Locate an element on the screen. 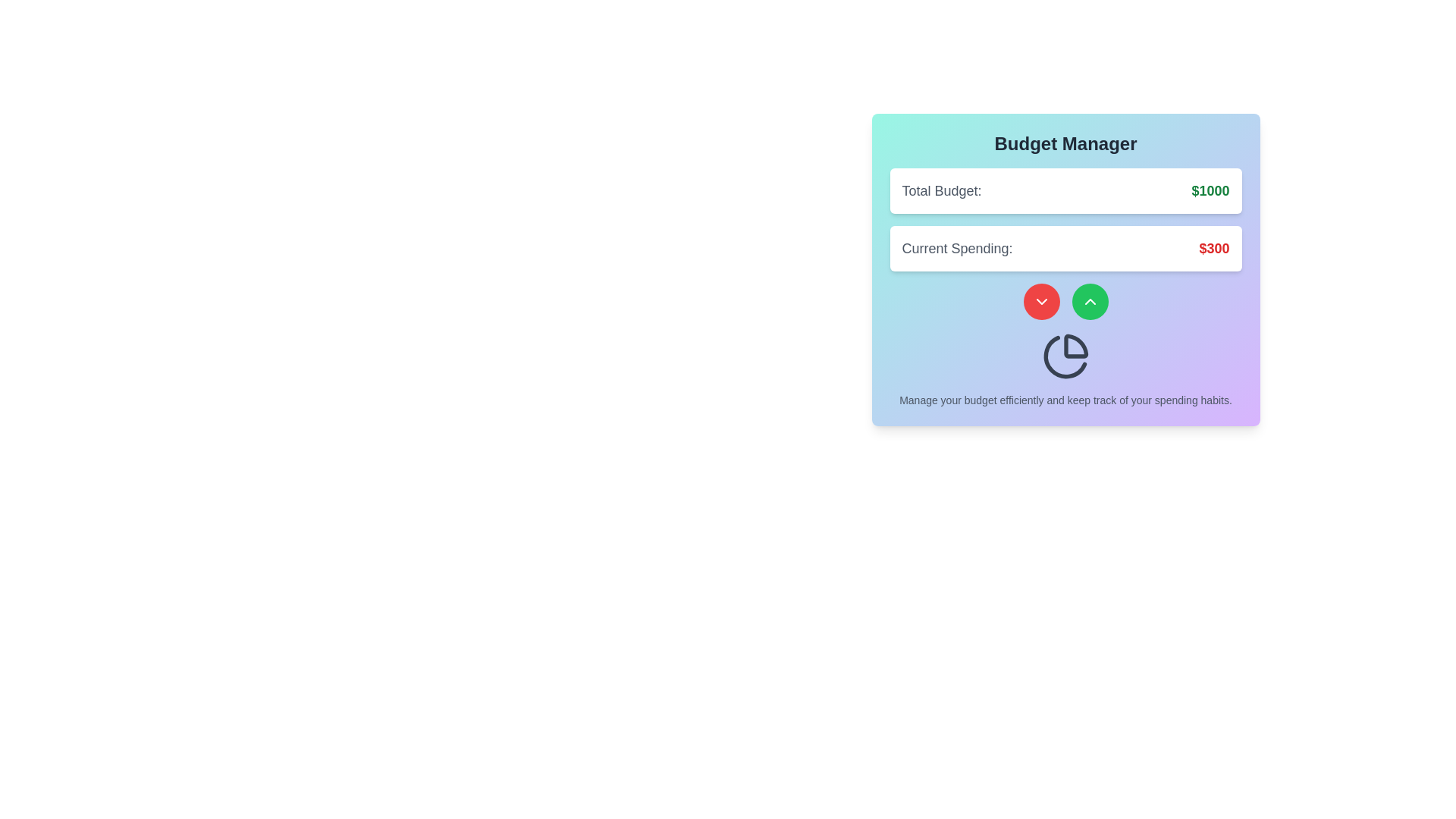 The height and width of the screenshot is (819, 1456). the visual data representation of the graphical segment located in the upper right section of the SVG pie chart icon is located at coordinates (1075, 346).